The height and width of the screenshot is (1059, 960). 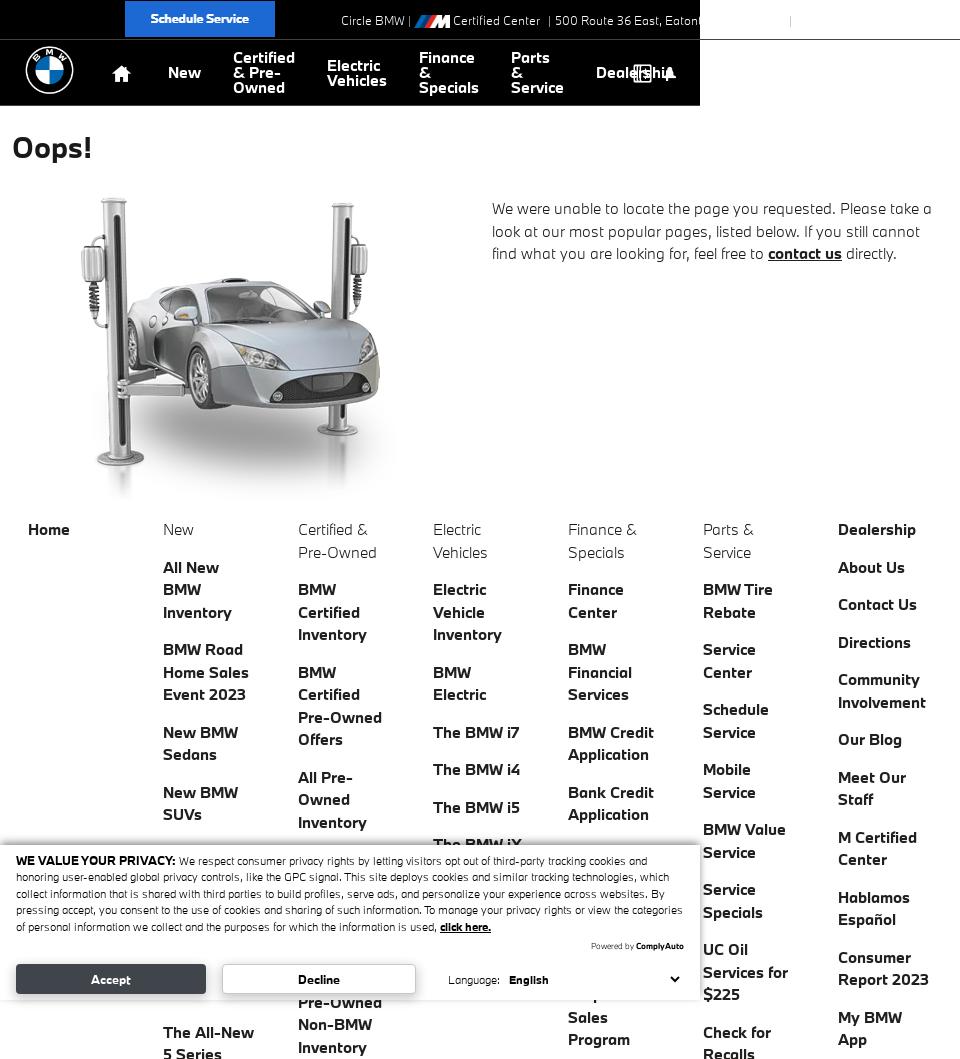 I want to click on 'All Pre-Owned Inventory', so click(x=332, y=797).